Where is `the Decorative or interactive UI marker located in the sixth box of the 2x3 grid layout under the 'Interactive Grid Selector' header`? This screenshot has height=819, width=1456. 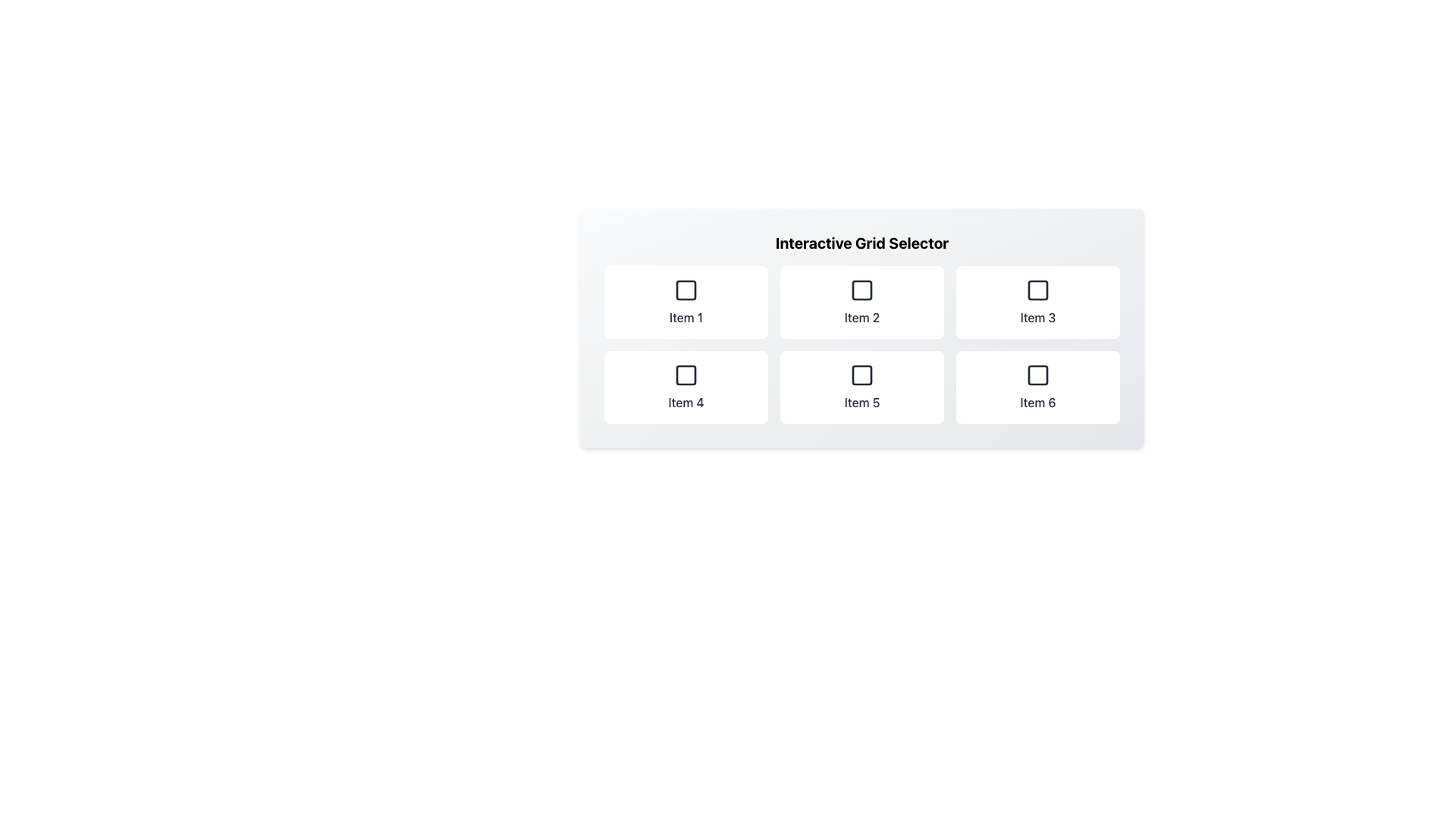 the Decorative or interactive UI marker located in the sixth box of the 2x3 grid layout under the 'Interactive Grid Selector' header is located at coordinates (1037, 375).